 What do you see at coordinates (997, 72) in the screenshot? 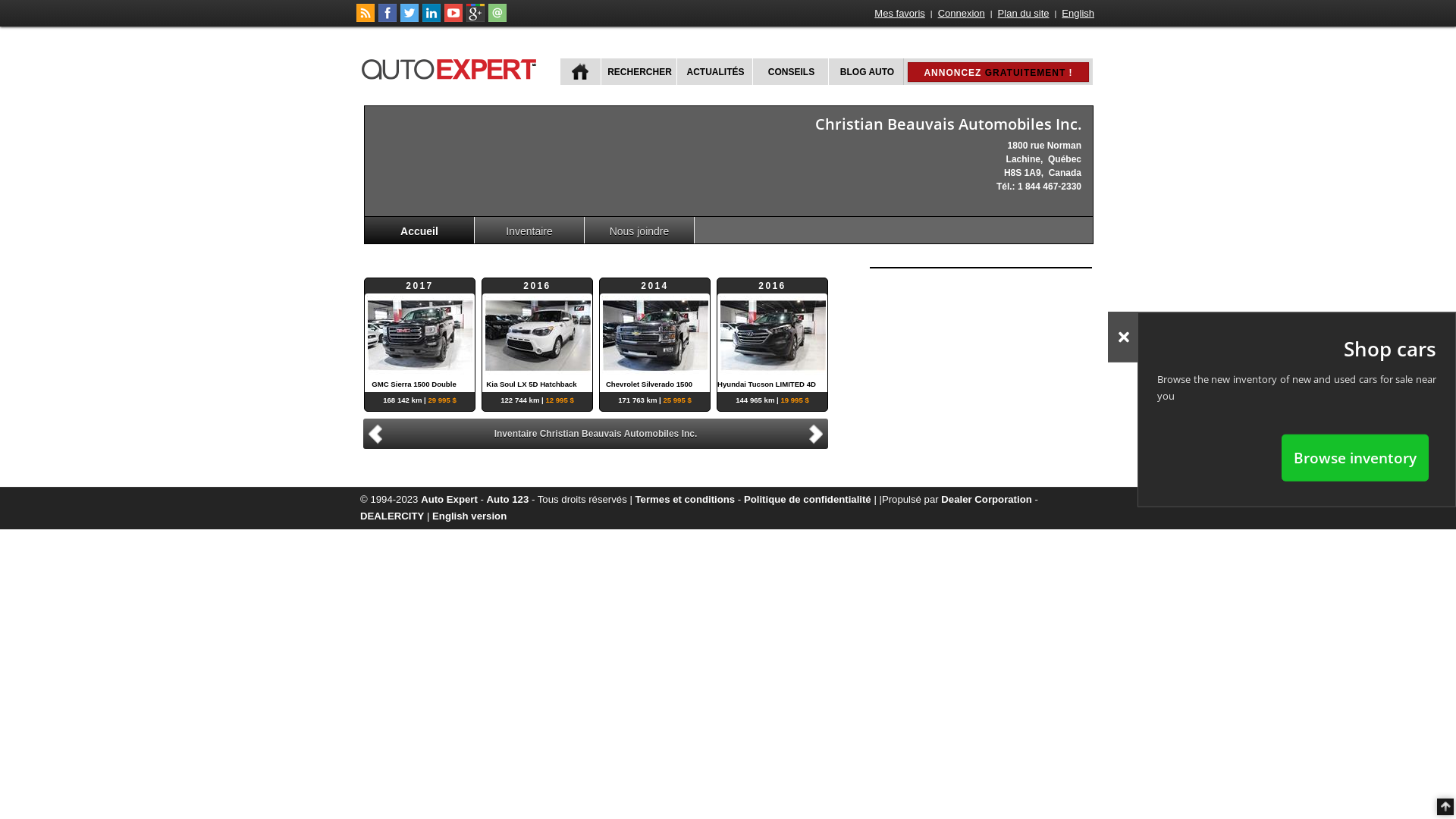
I see `'ANNONCEZ GRATUITEMENT !'` at bounding box center [997, 72].